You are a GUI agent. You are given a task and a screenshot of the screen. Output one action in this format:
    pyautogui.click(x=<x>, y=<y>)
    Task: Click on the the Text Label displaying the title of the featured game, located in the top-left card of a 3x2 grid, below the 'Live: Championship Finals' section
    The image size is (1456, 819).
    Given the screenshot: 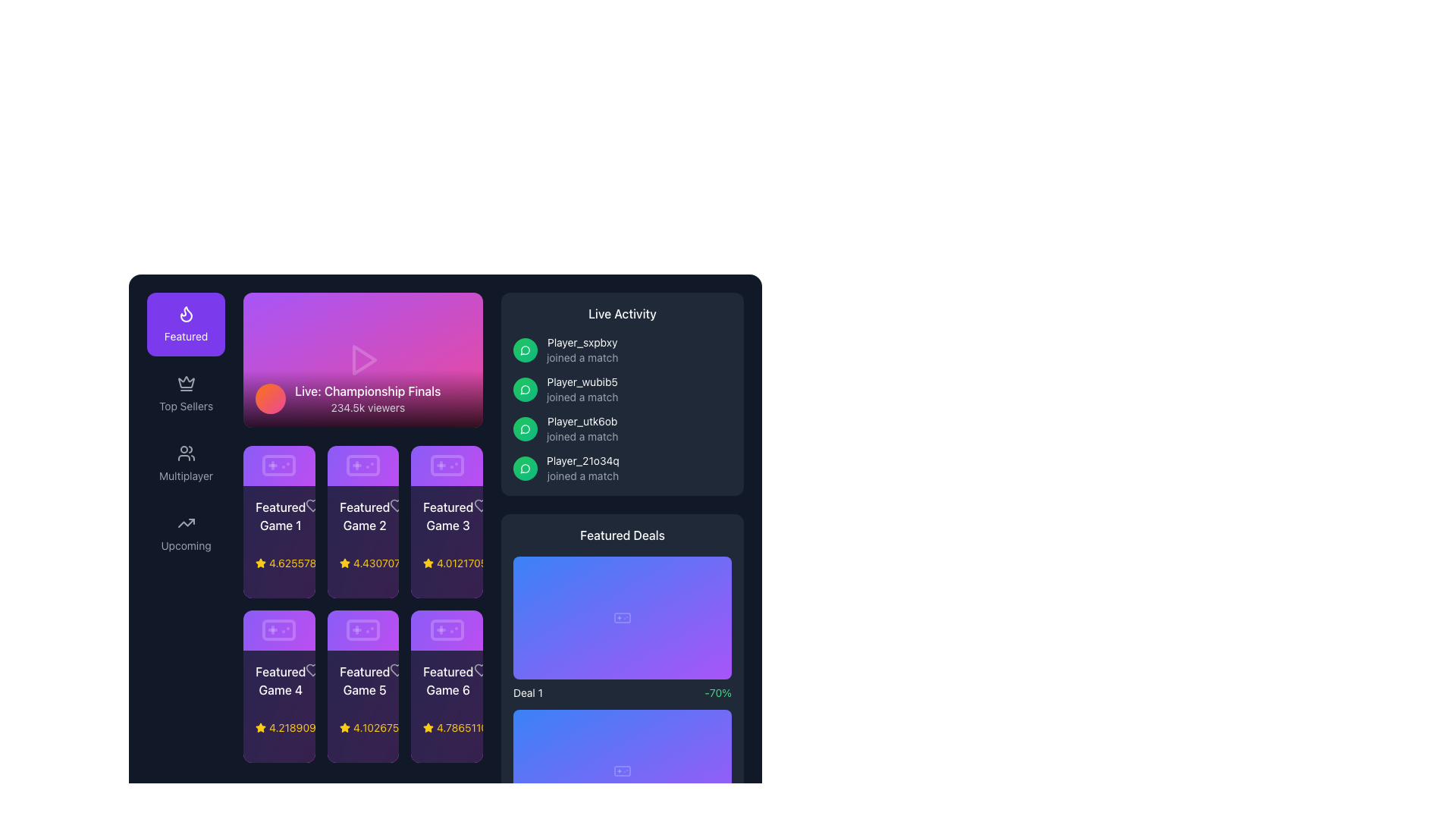 What is the action you would take?
    pyautogui.click(x=281, y=515)
    